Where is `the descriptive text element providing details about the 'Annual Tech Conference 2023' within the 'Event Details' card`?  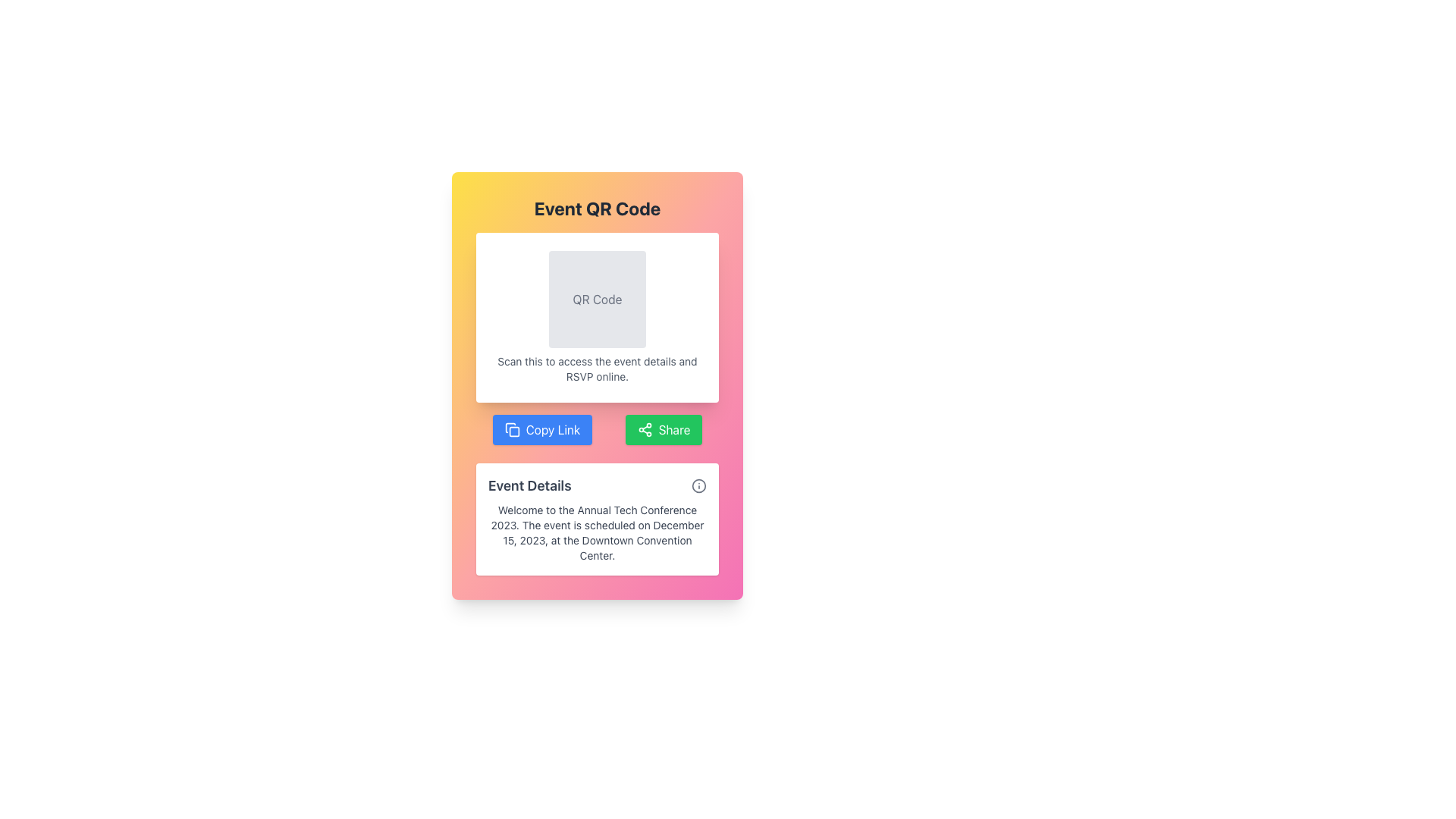
the descriptive text element providing details about the 'Annual Tech Conference 2023' within the 'Event Details' card is located at coordinates (596, 532).